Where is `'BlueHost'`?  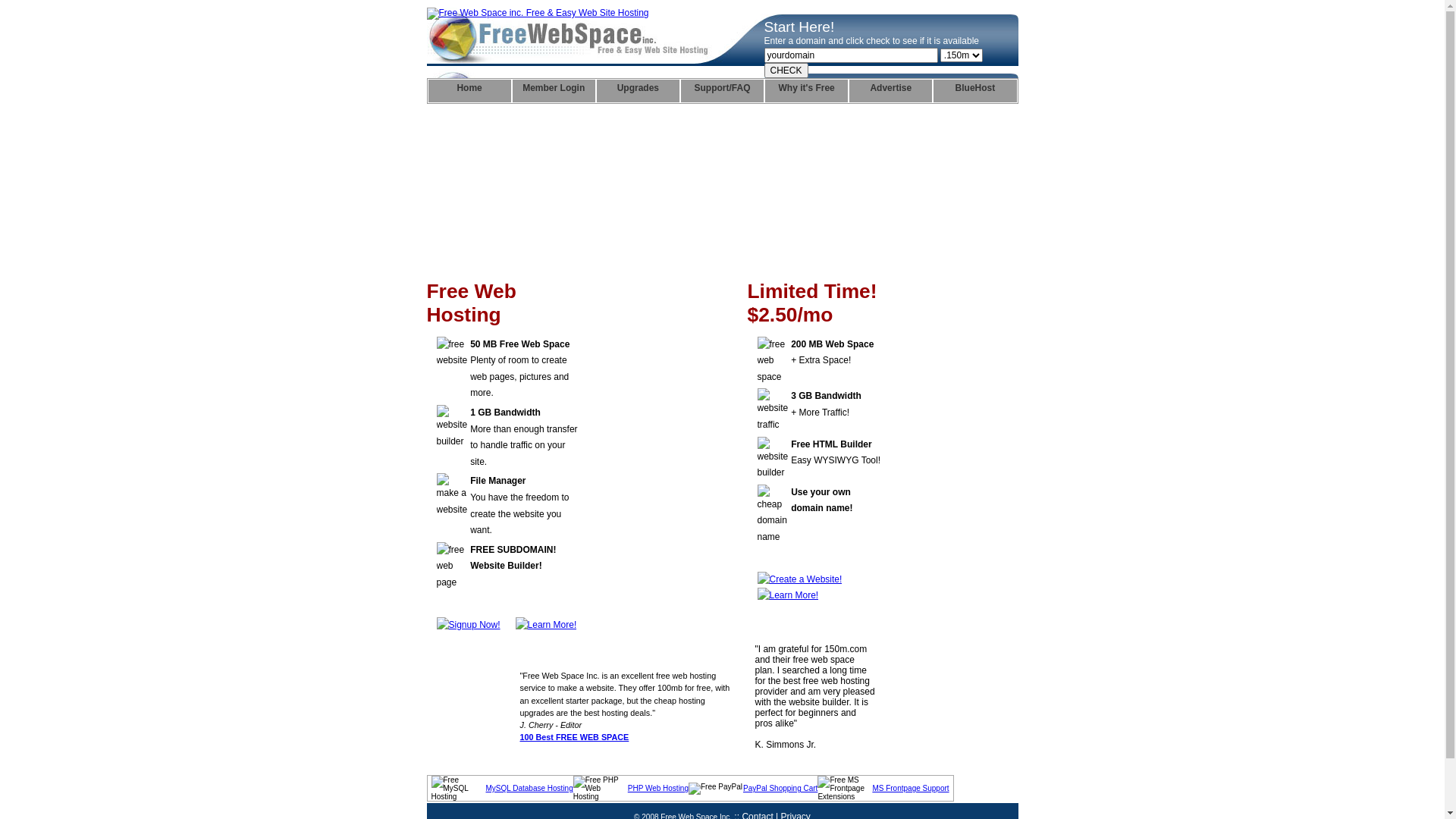 'BlueHost' is located at coordinates (974, 90).